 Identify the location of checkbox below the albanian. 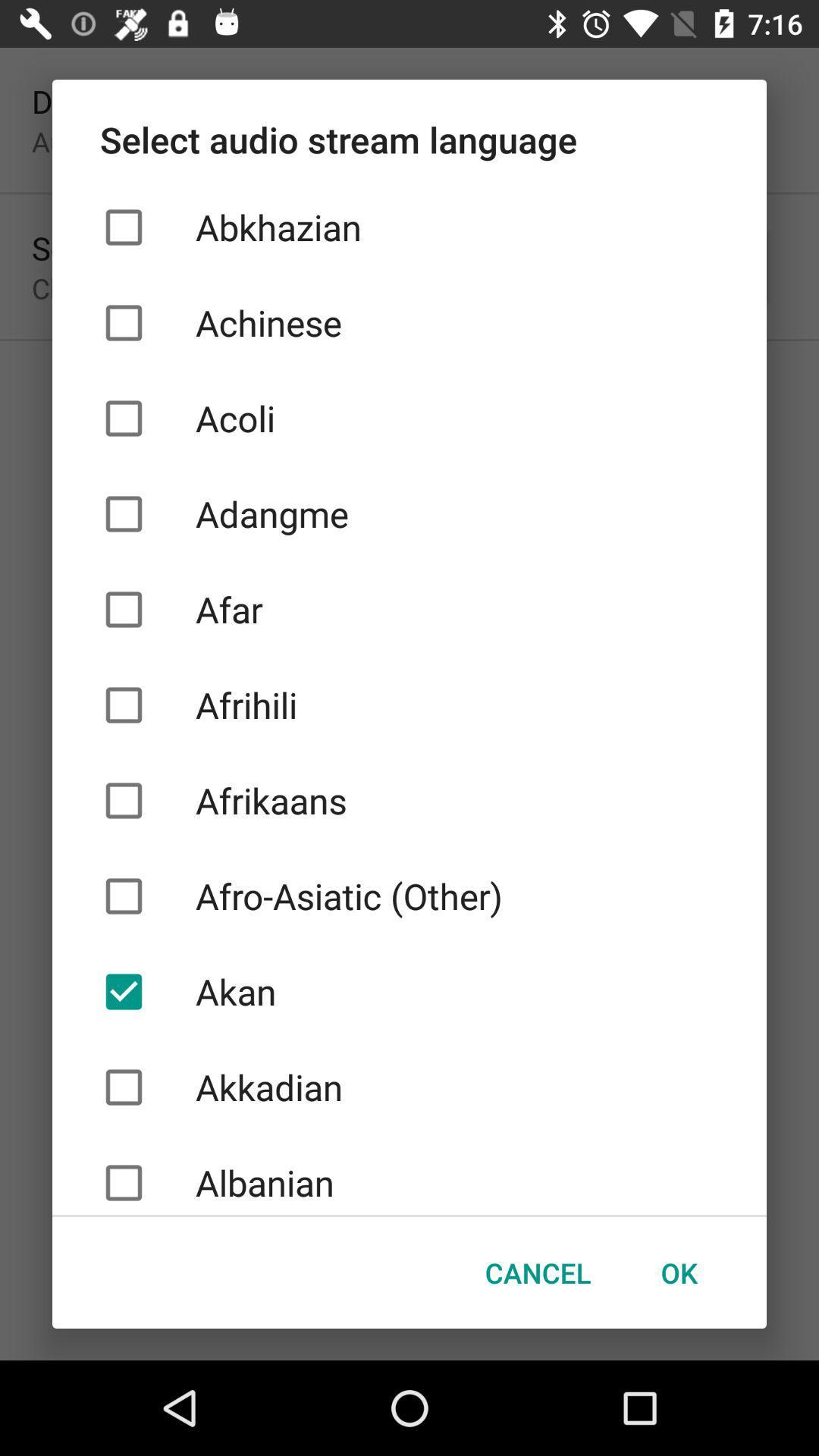
(537, 1272).